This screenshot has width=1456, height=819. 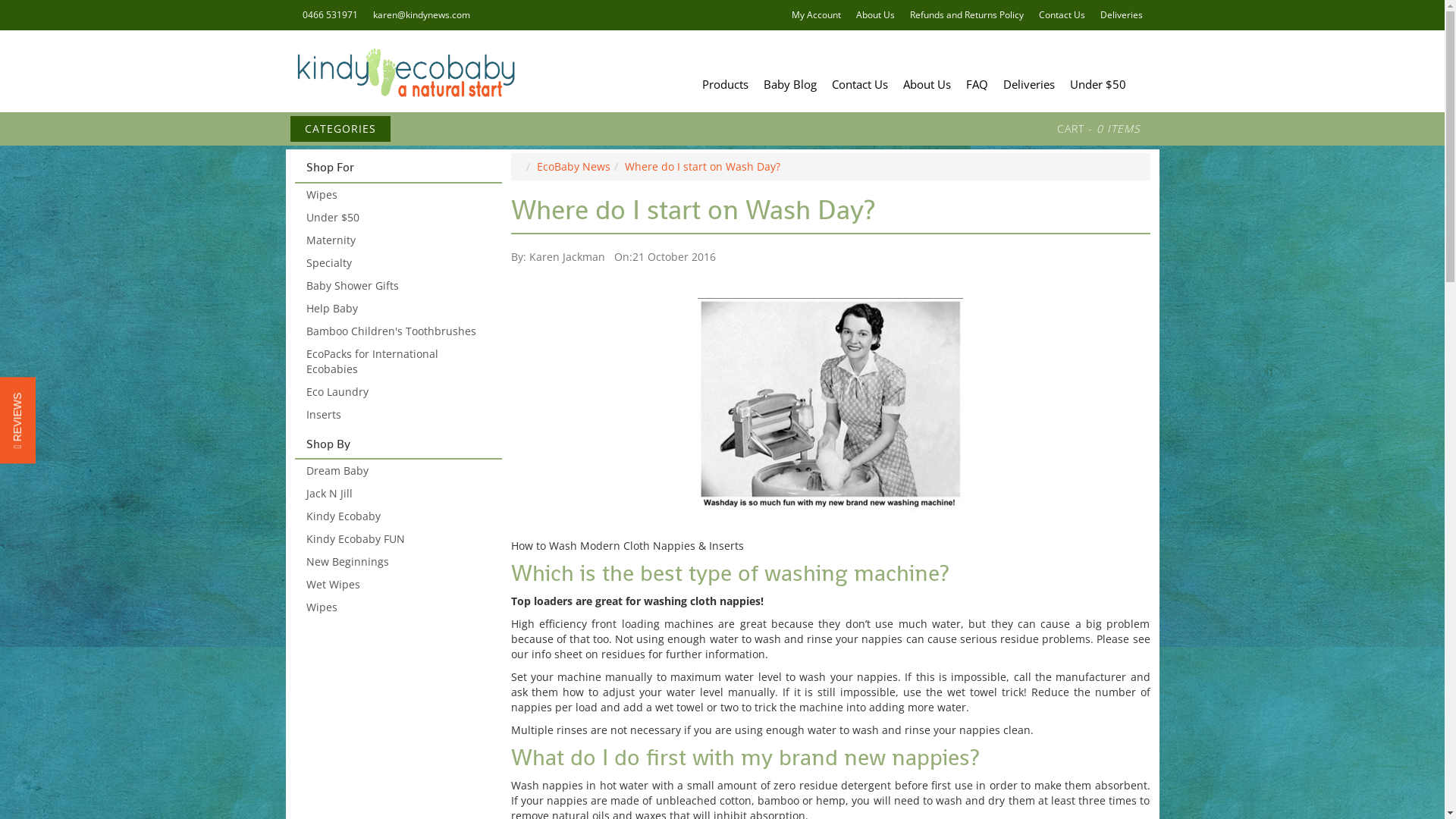 I want to click on 'Baby Blog', so click(x=789, y=84).